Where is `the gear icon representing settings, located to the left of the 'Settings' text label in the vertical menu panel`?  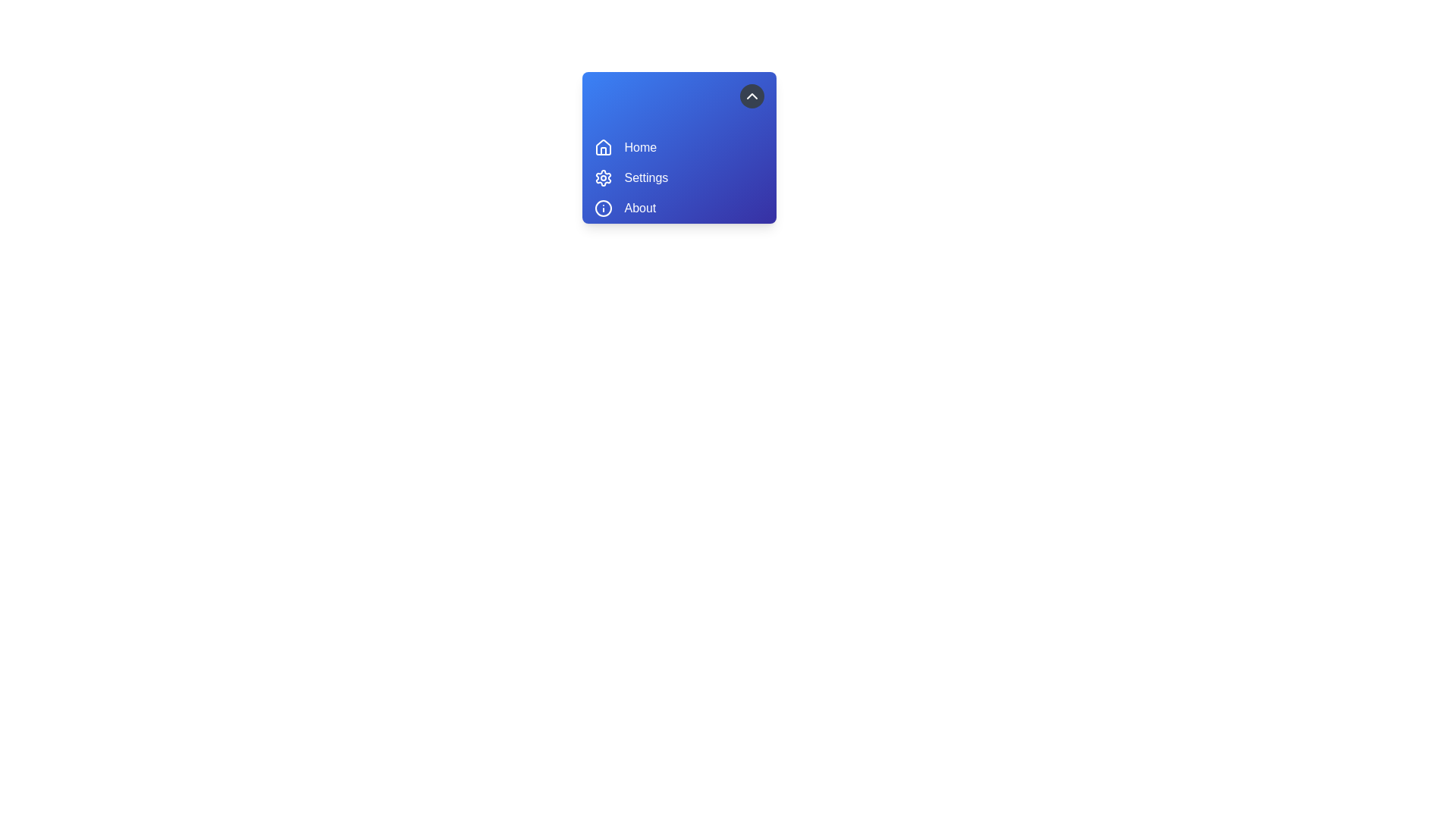 the gear icon representing settings, located to the left of the 'Settings' text label in the vertical menu panel is located at coordinates (602, 177).